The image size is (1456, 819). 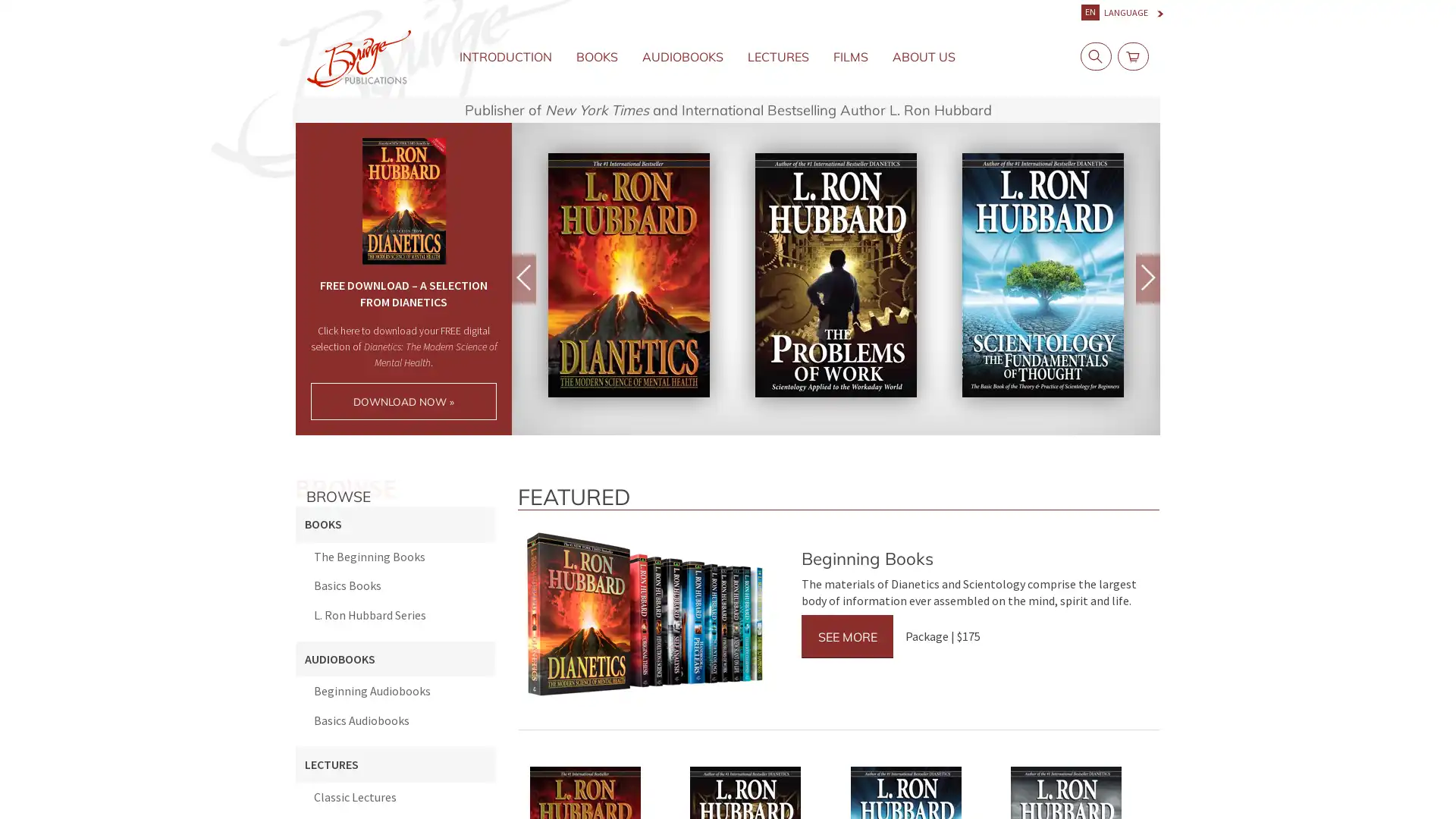 What do you see at coordinates (1147, 278) in the screenshot?
I see `Next slide` at bounding box center [1147, 278].